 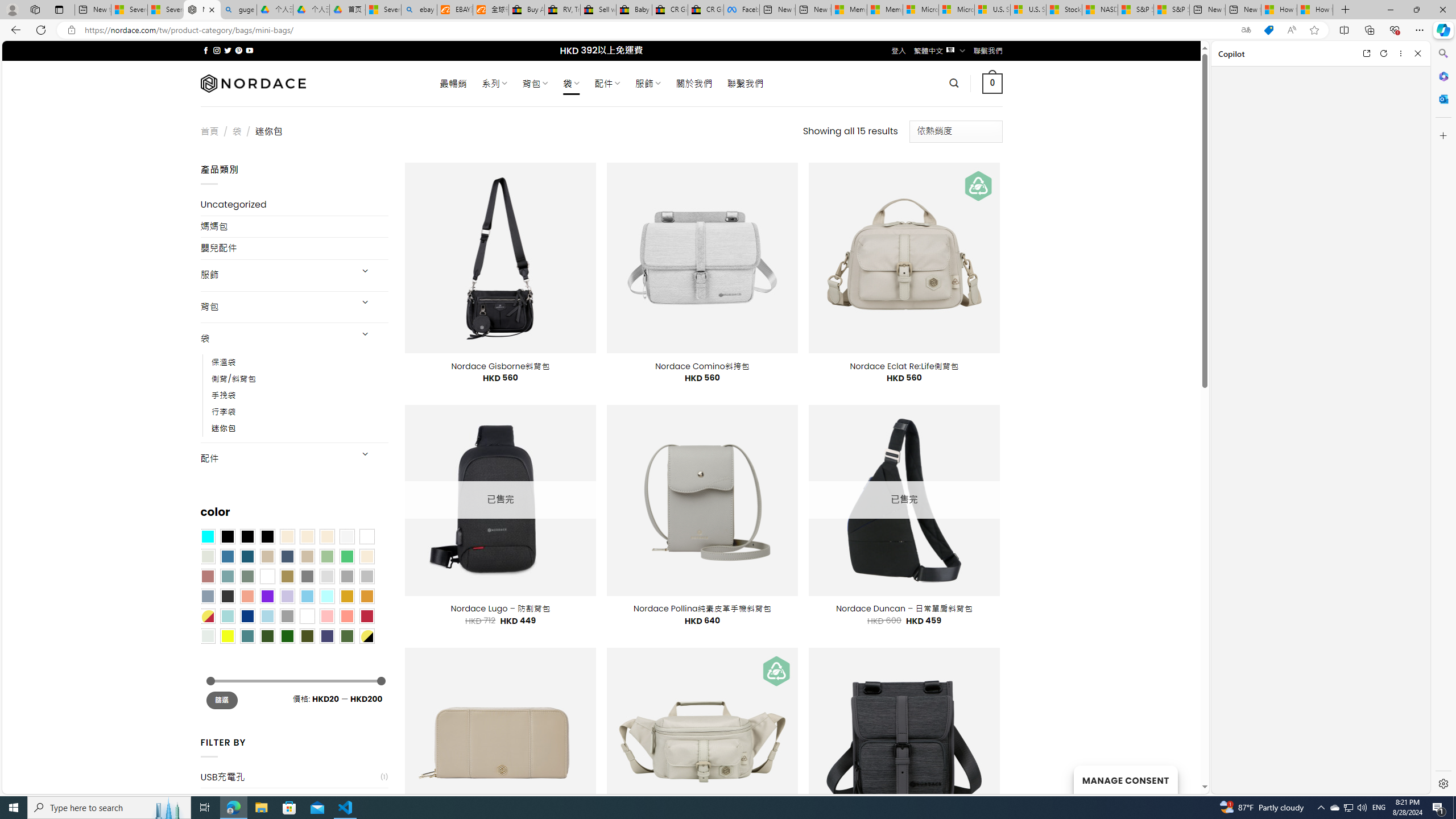 What do you see at coordinates (327, 536) in the screenshot?
I see `'Cream'` at bounding box center [327, 536].